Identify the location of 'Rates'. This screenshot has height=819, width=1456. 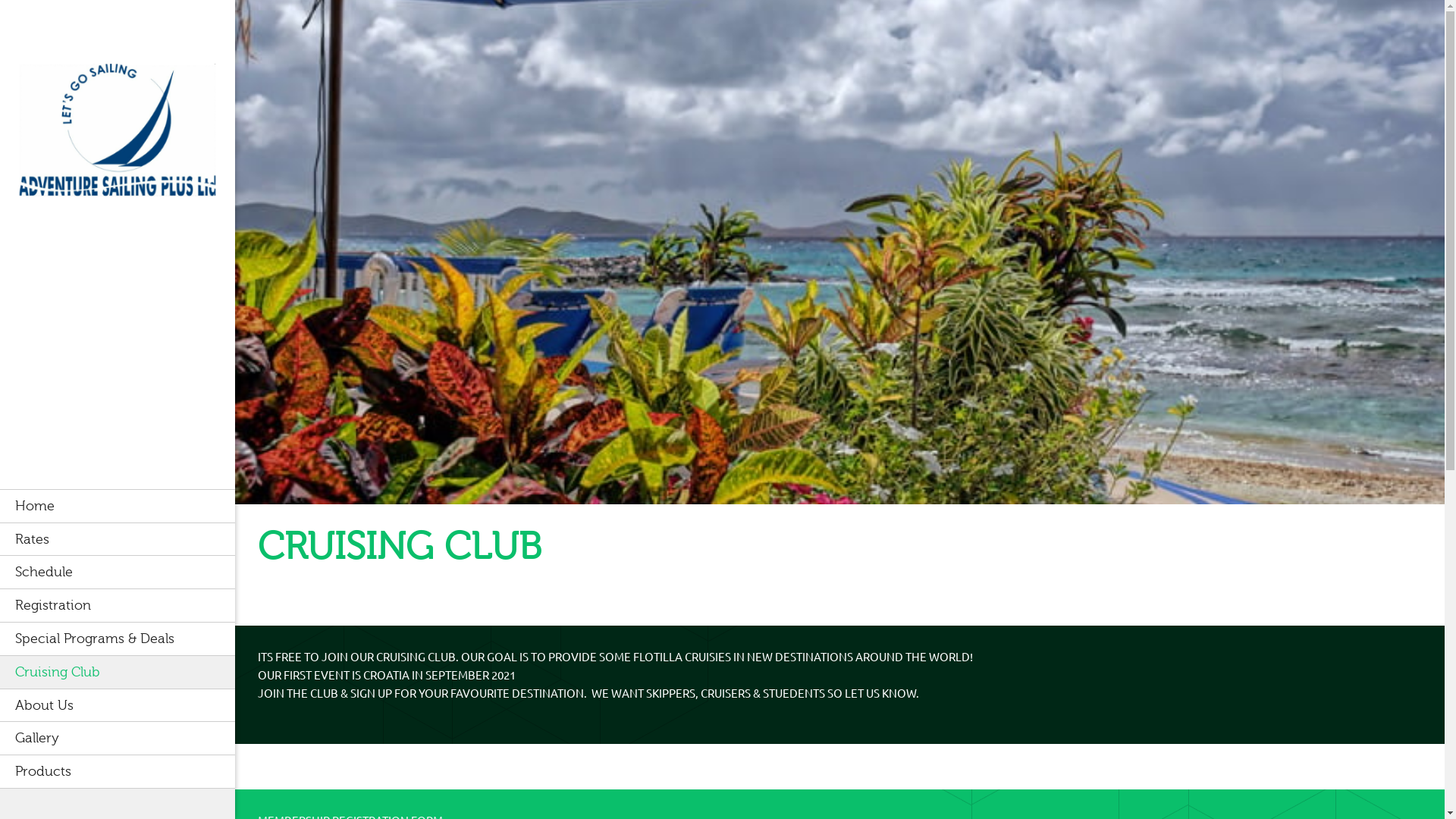
(116, 538).